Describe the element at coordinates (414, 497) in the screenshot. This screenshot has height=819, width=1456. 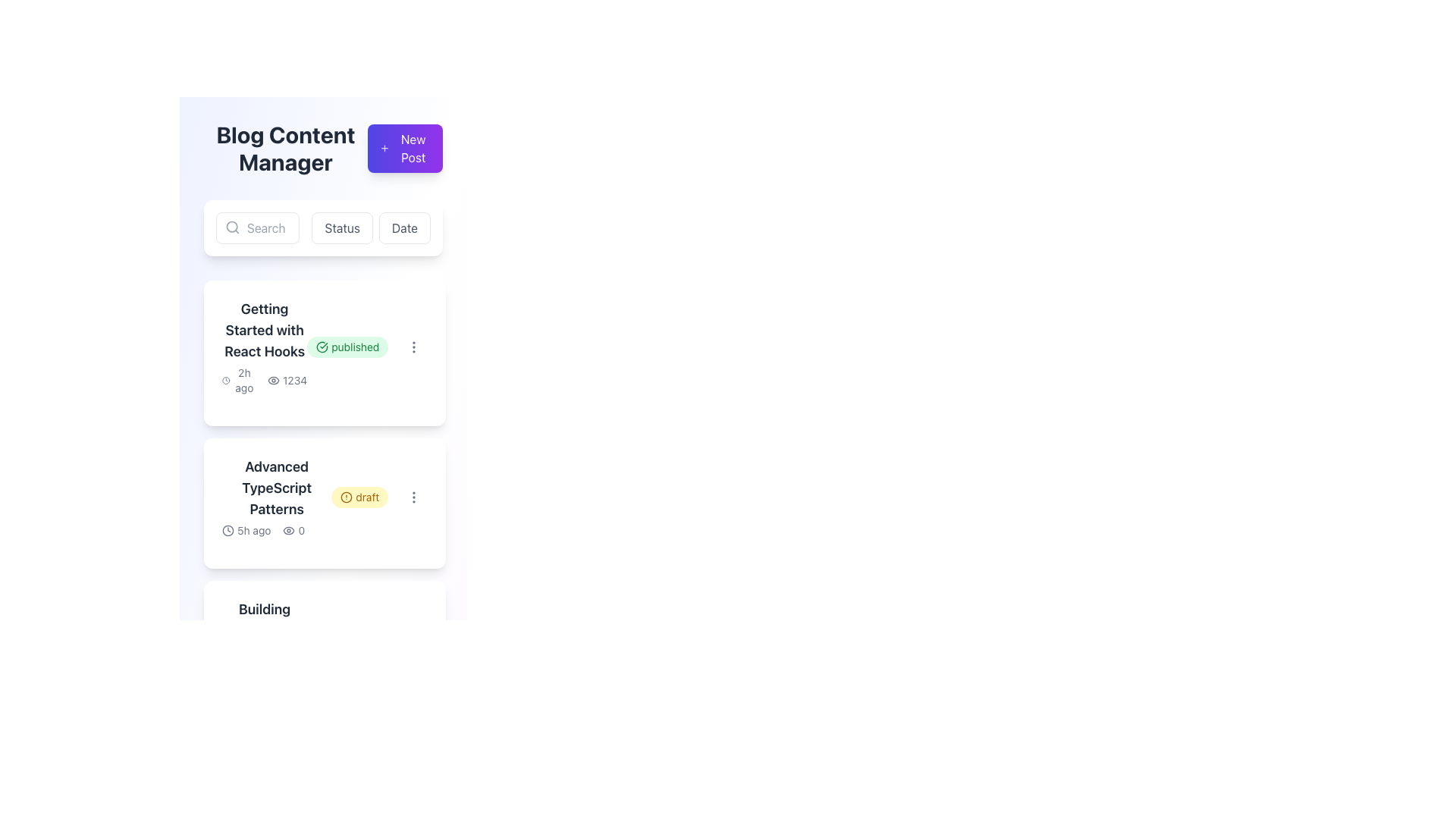
I see `the button in the top-right corner of the 'Advanced TypeScript Patterns' card` at that location.